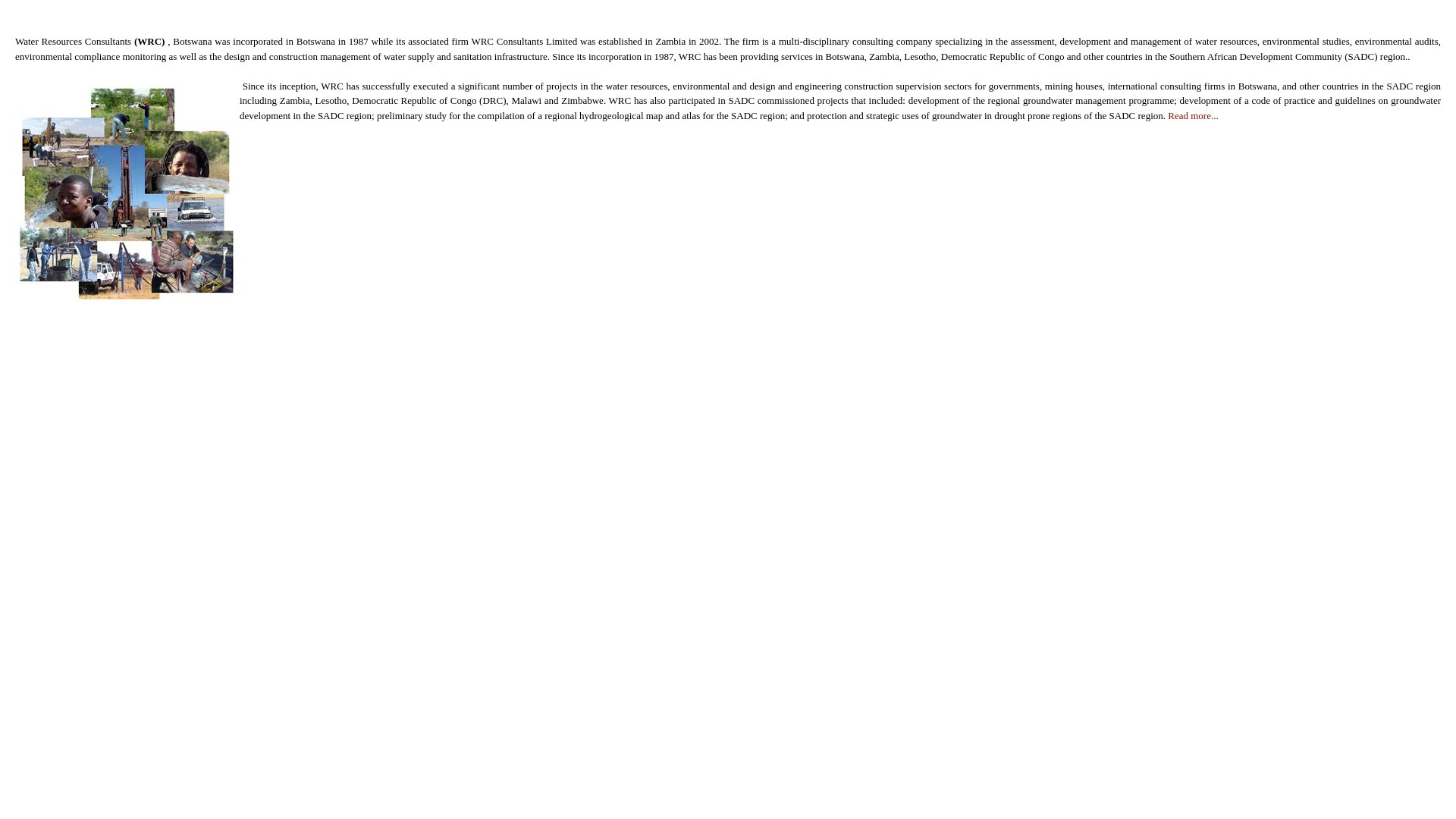  What do you see at coordinates (1192, 114) in the screenshot?
I see `'Read more...'` at bounding box center [1192, 114].